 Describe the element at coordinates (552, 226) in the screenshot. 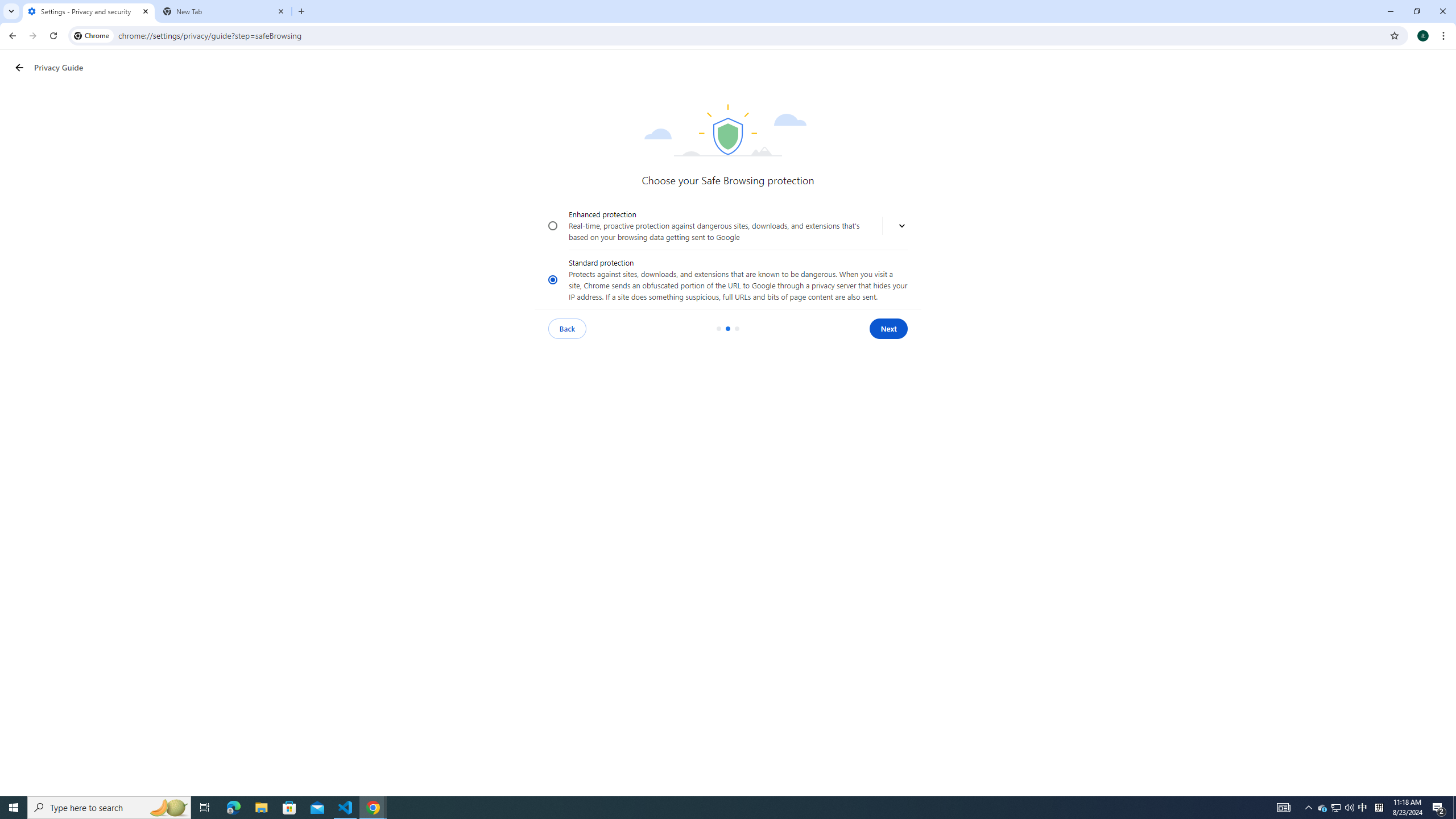

I see `'Enhanced protection'` at that location.